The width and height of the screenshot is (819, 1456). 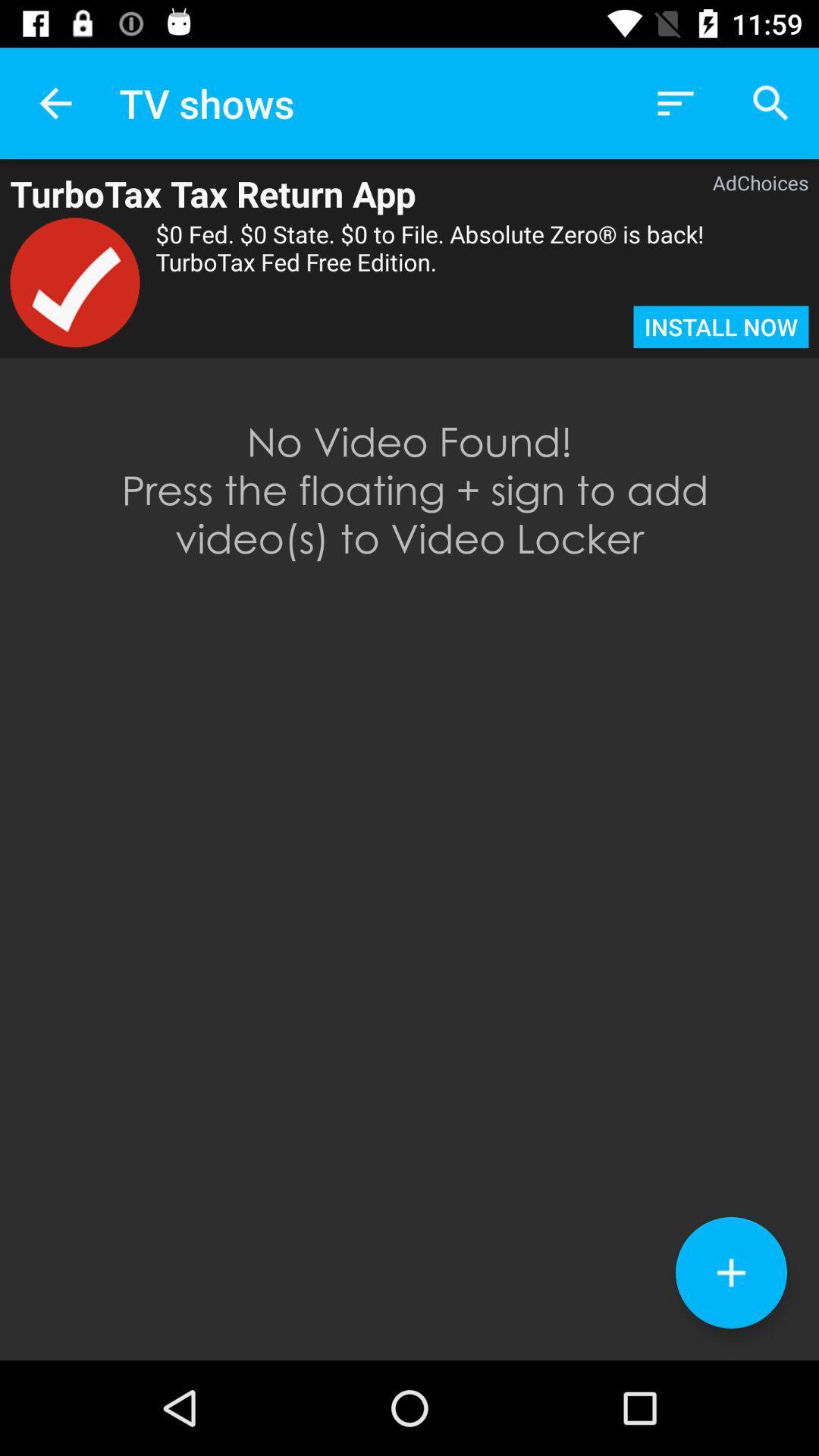 I want to click on item below 0 fed 0, so click(x=720, y=326).